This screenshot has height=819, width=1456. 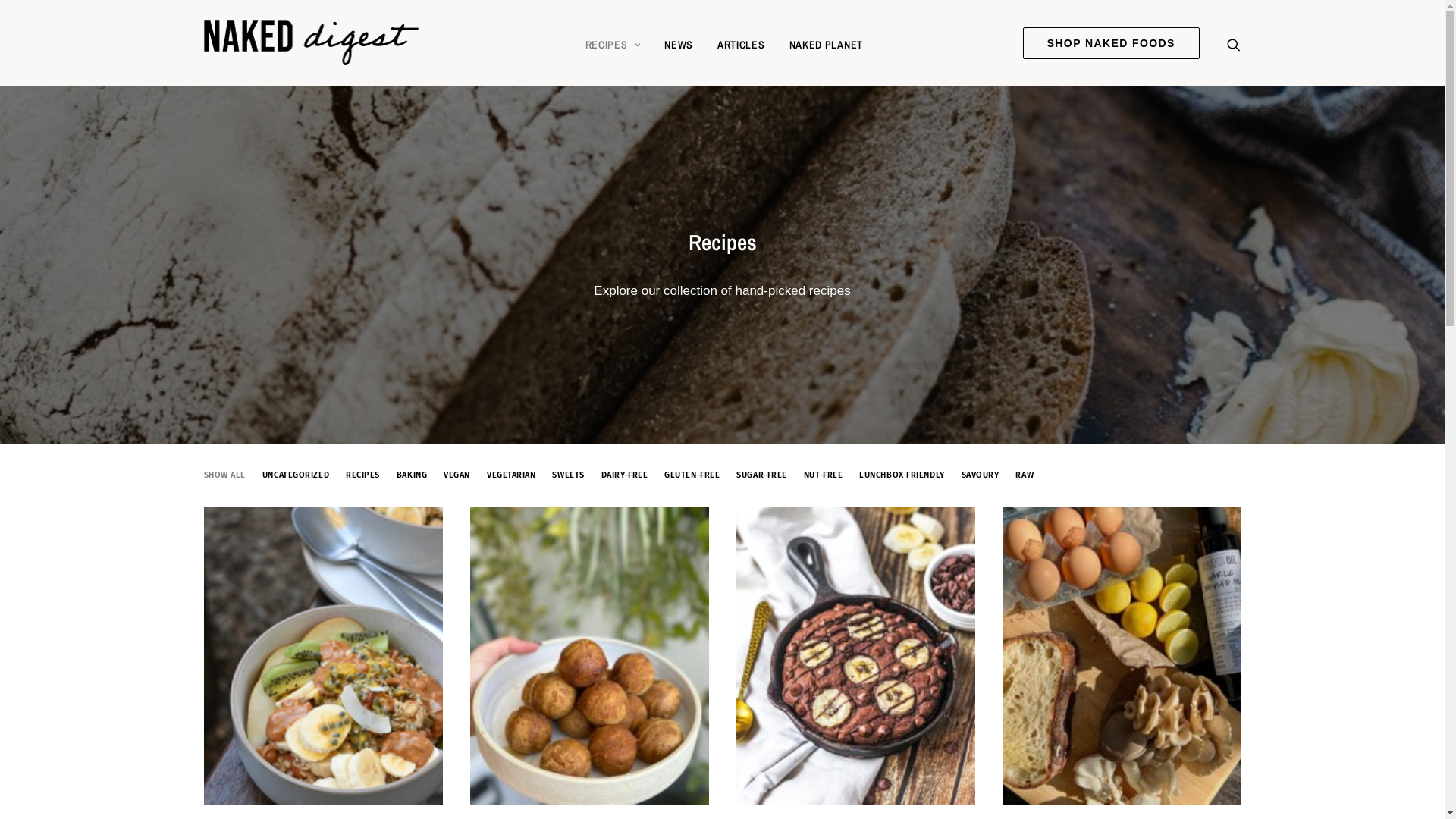 What do you see at coordinates (761, 474) in the screenshot?
I see `'SUGAR-FREE'` at bounding box center [761, 474].